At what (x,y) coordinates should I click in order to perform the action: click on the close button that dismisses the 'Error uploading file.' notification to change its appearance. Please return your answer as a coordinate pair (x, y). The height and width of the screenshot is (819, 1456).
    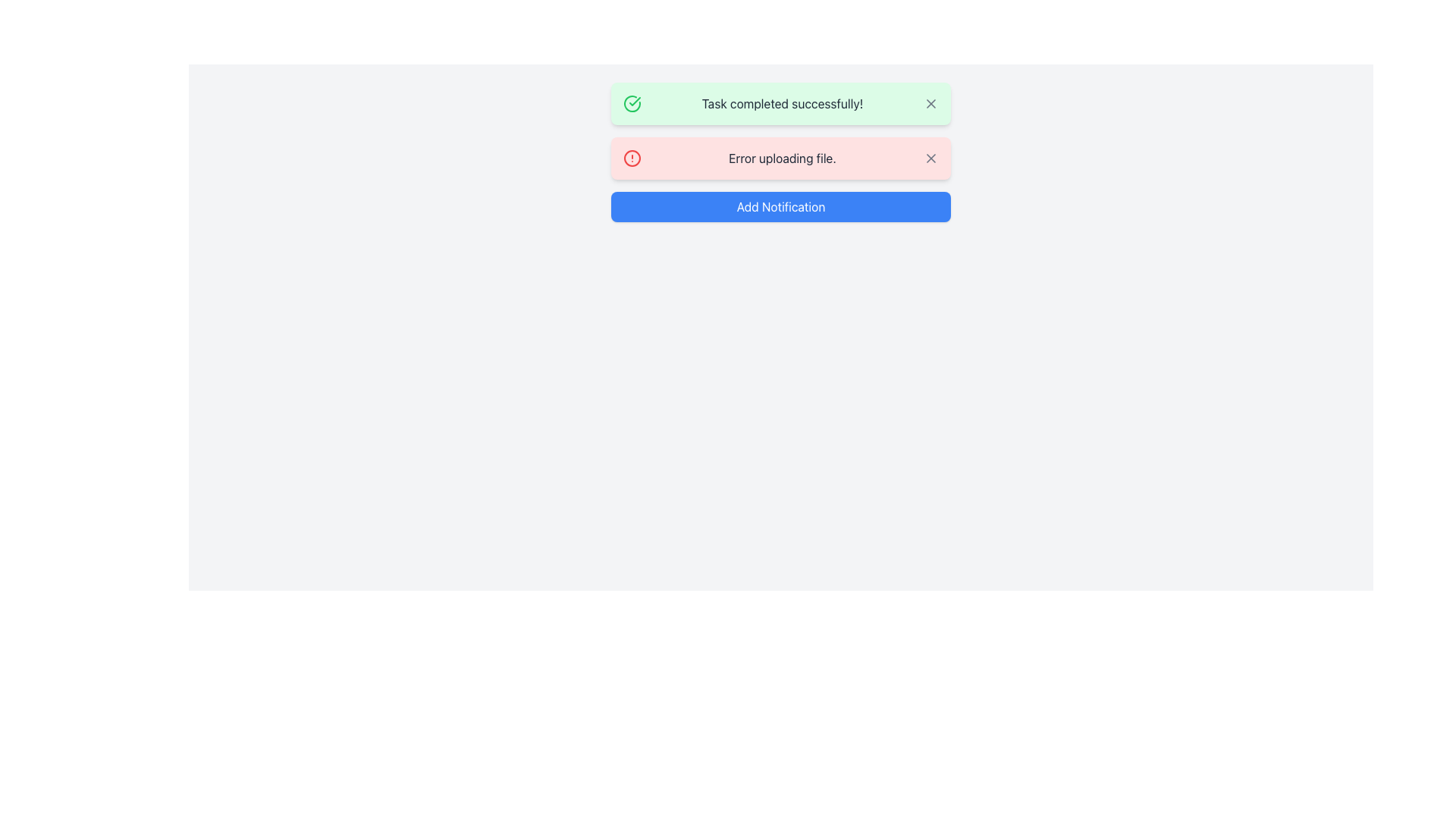
    Looking at the image, I should click on (930, 158).